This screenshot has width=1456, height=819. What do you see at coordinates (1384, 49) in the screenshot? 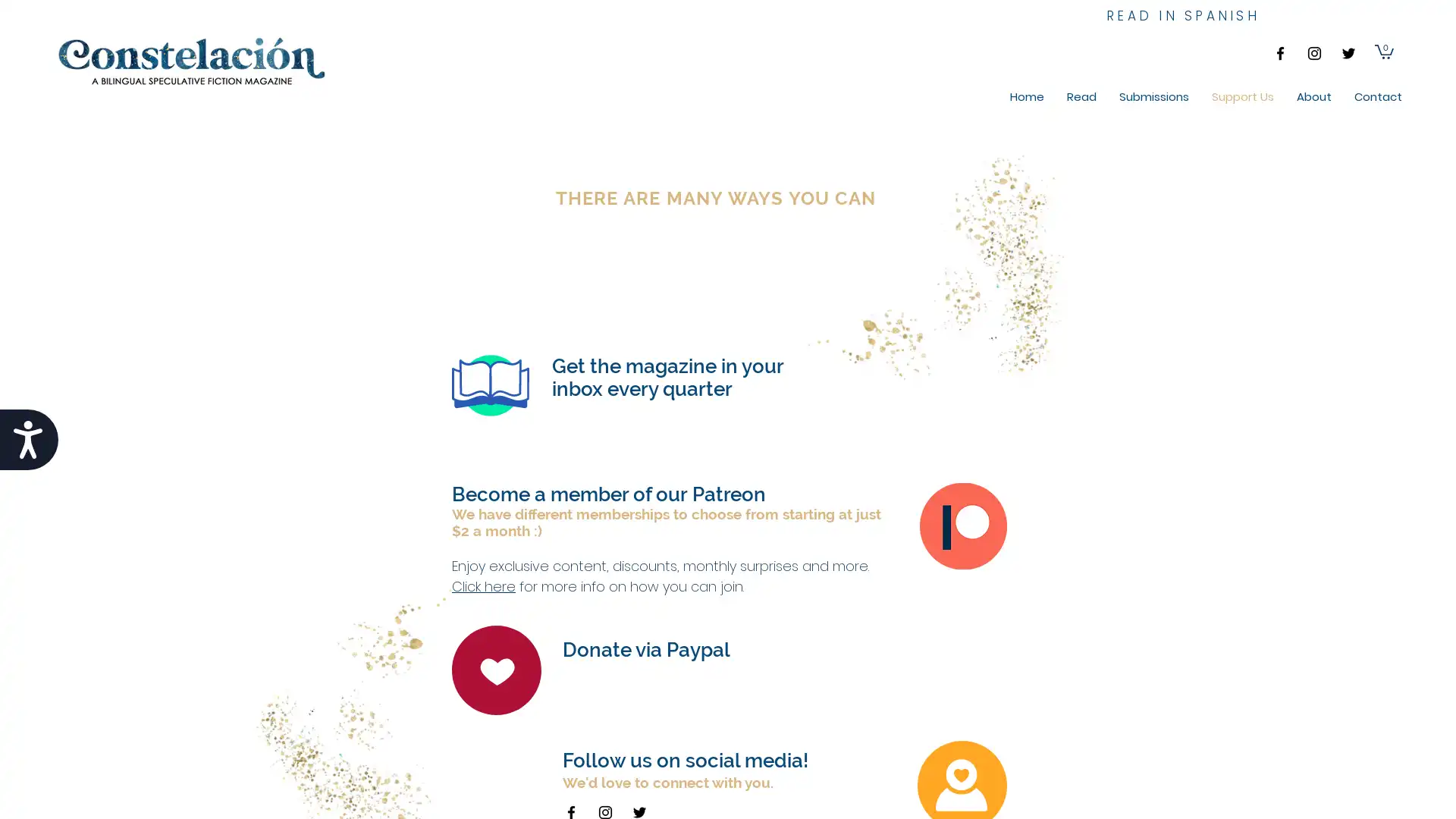
I see `Cart with 0 items` at bounding box center [1384, 49].